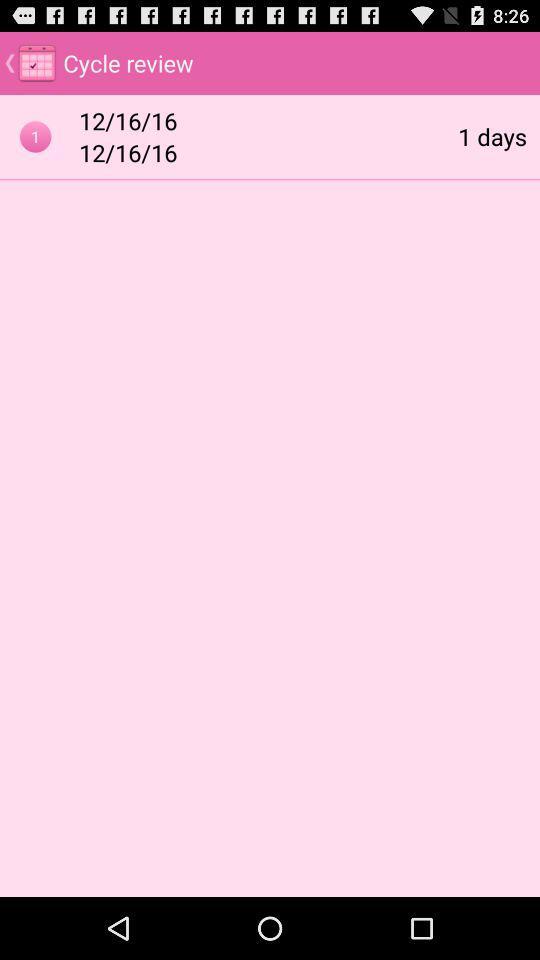 This screenshot has height=960, width=540. What do you see at coordinates (491, 135) in the screenshot?
I see `item next to the 12/16/16 icon` at bounding box center [491, 135].